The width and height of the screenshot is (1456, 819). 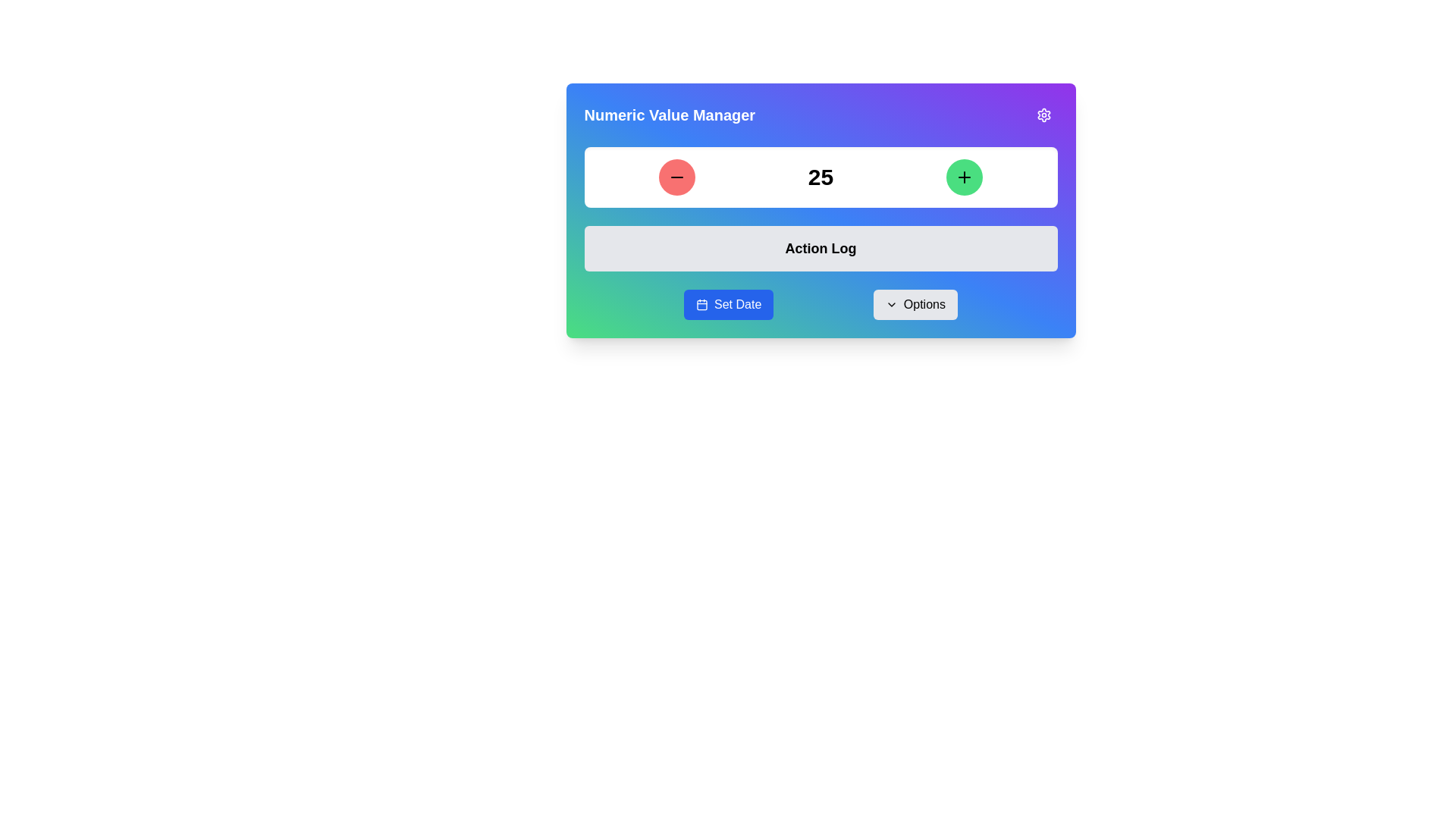 What do you see at coordinates (820, 247) in the screenshot?
I see `the Text heading or title component that serves as a heading for the section tracking actions, located centrally below a value of '25' and between the '-' and '+' buttons` at bounding box center [820, 247].